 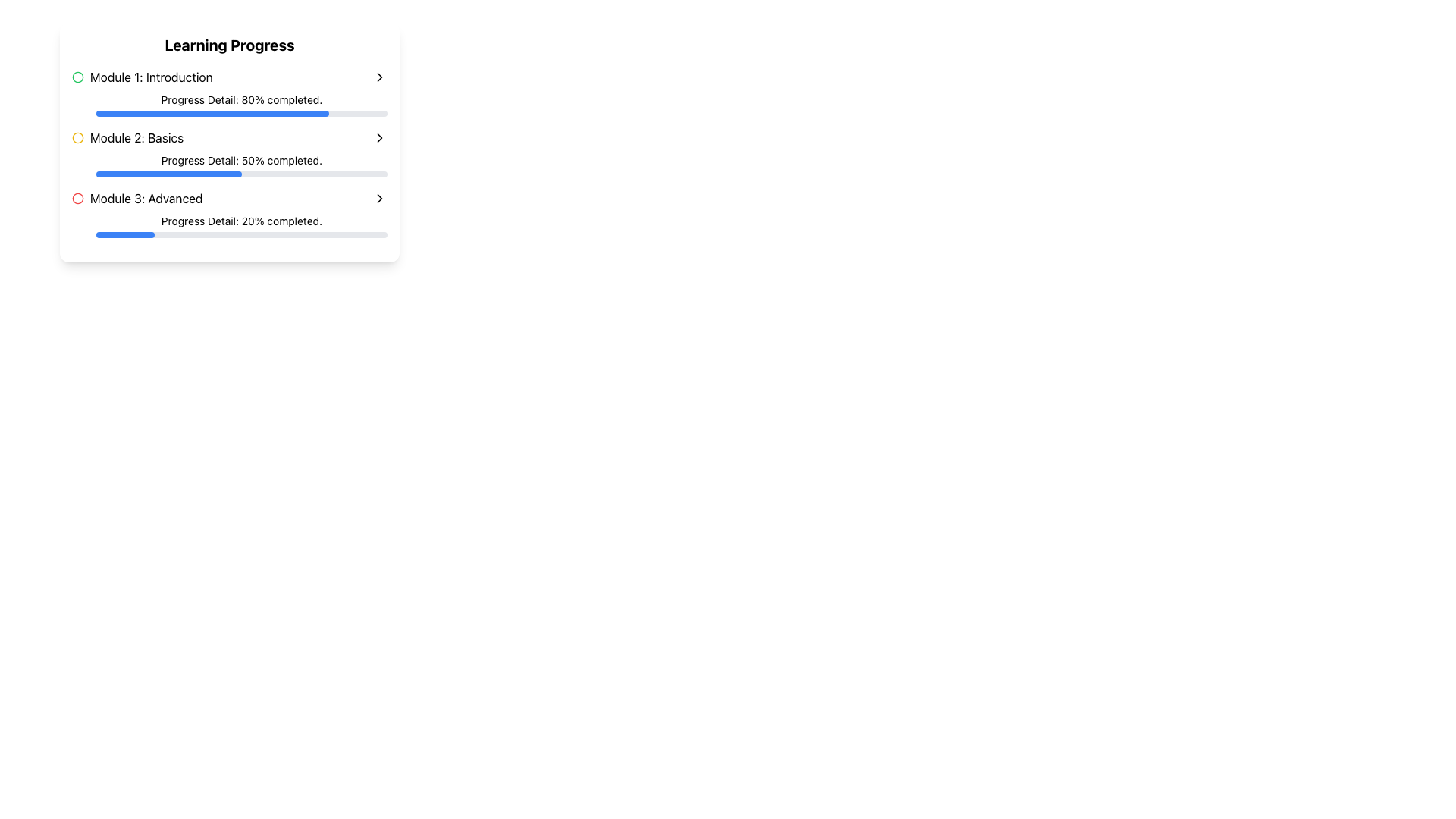 I want to click on the Text Label that displays the title of a module in the learning progress interface, which is the third item in the vertical list labeled 'Learning Progress', so click(x=137, y=198).